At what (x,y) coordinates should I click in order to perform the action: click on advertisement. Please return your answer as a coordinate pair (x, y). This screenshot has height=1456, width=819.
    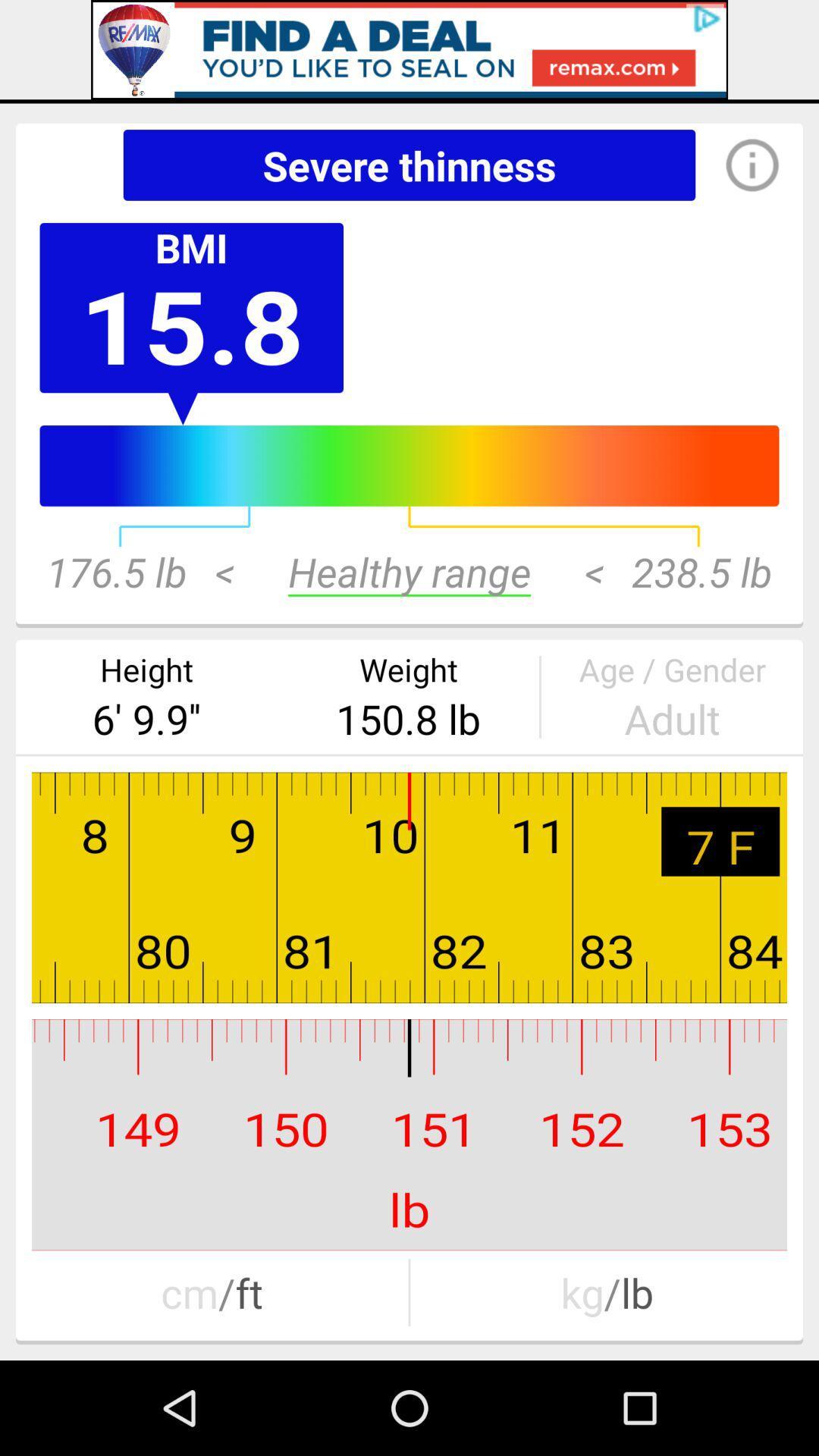
    Looking at the image, I should click on (409, 49).